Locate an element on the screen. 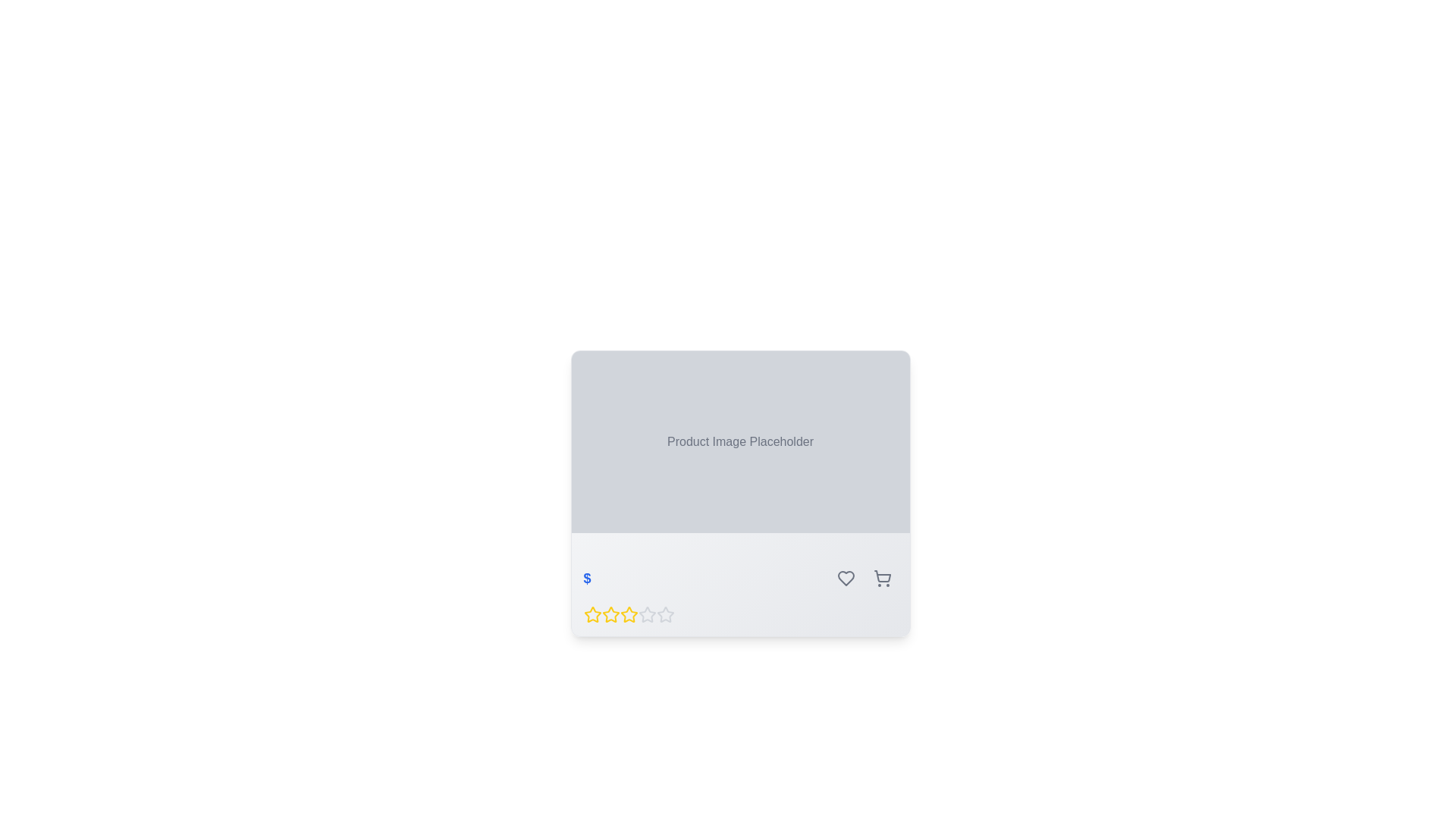 The height and width of the screenshot is (819, 1456). the shopping cart icon located in the bottom-right corner of the interface is located at coordinates (882, 579).